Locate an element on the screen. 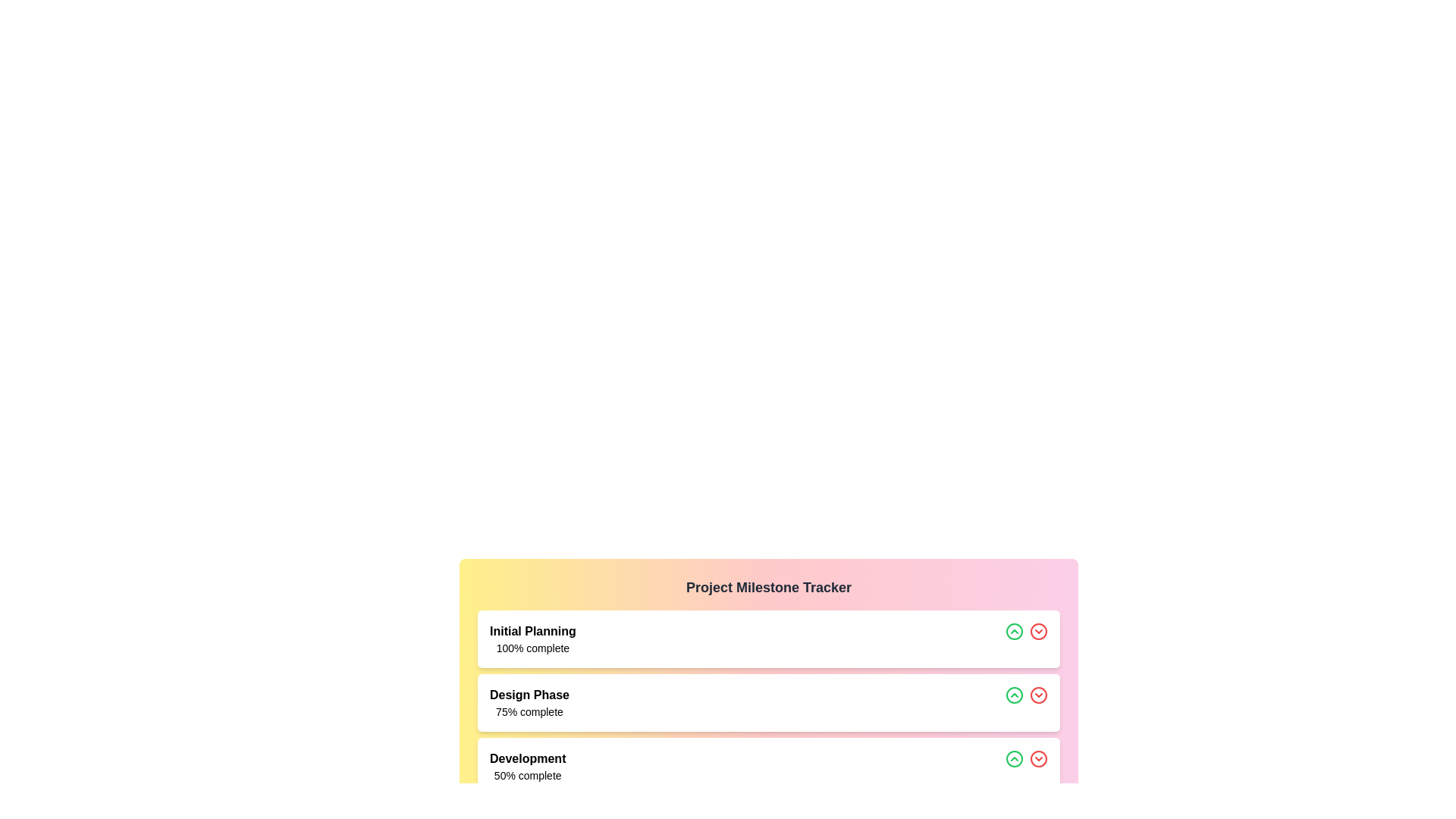 Image resolution: width=1456 pixels, height=819 pixels. the second button in the button group located in the top-right corner of the second milestone row in the project tracker interface is located at coordinates (1037, 632).